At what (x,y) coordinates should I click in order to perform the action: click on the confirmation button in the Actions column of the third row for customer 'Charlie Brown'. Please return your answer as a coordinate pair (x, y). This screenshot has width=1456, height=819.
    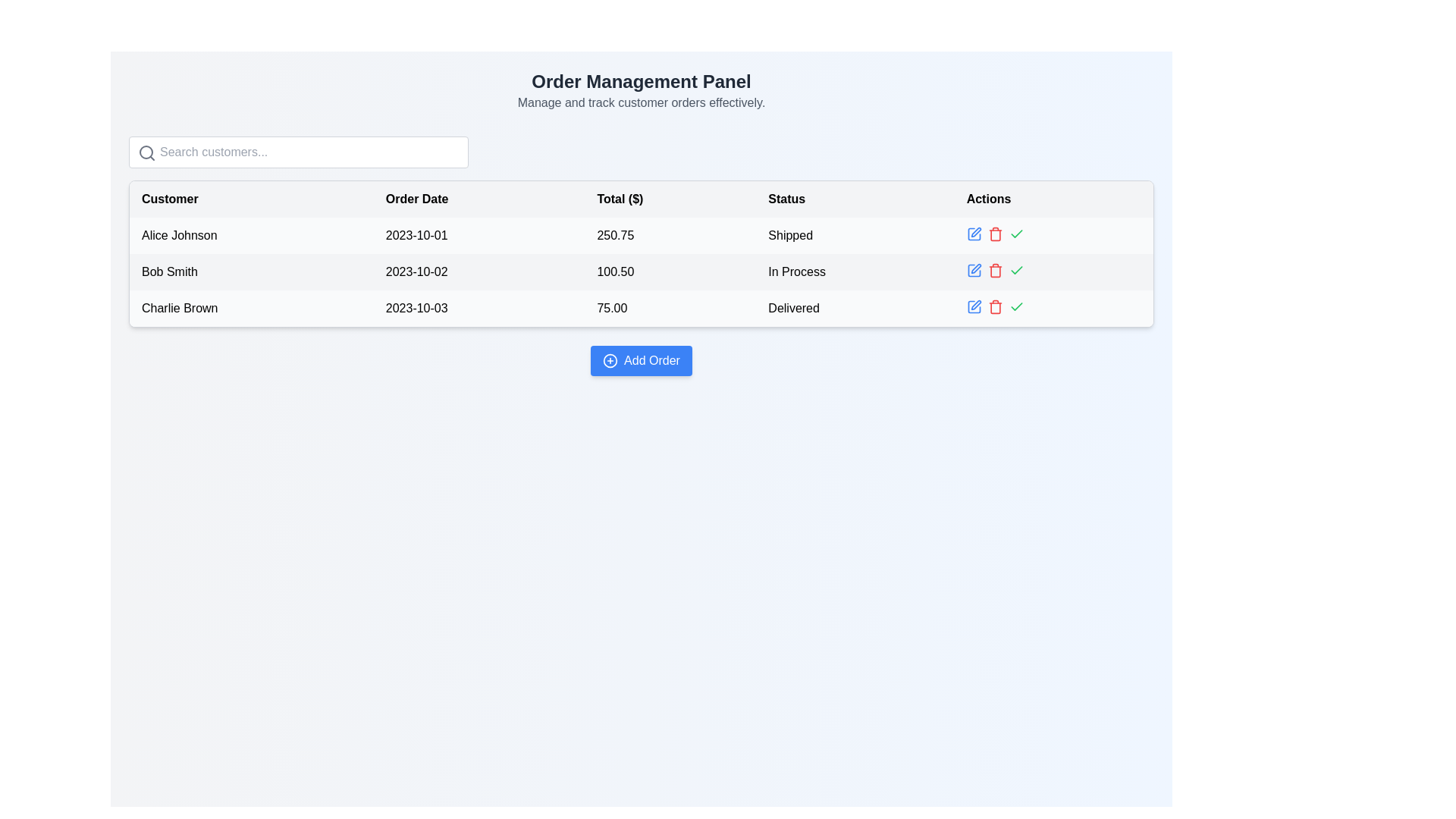
    Looking at the image, I should click on (1016, 307).